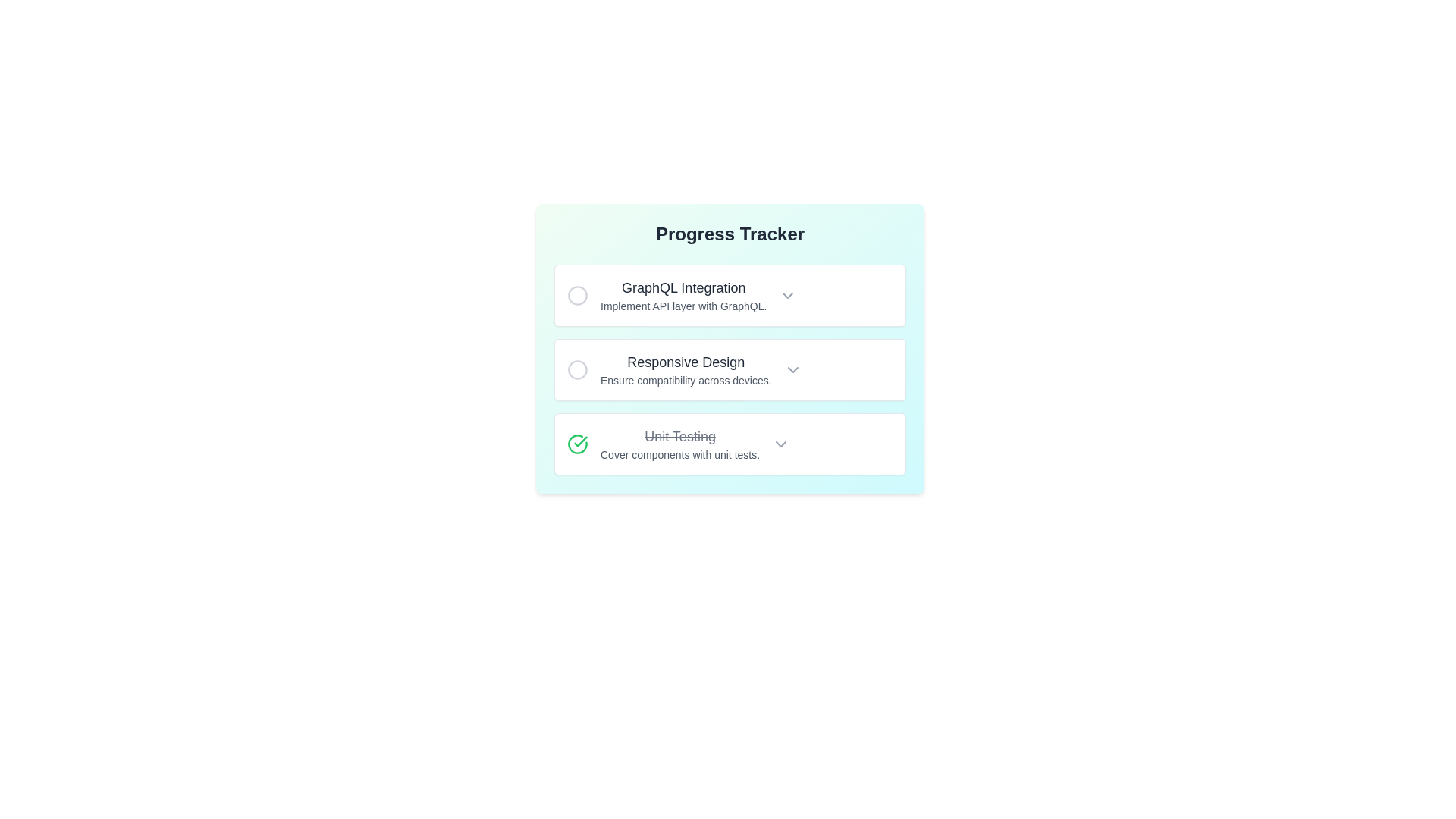  What do you see at coordinates (685, 370) in the screenshot?
I see `the Text block element that contains the heading 'Responsive Design' and the subtext 'Ensure compatibility across devices.' This element is the second item in the 'Progress Tracker' list` at bounding box center [685, 370].